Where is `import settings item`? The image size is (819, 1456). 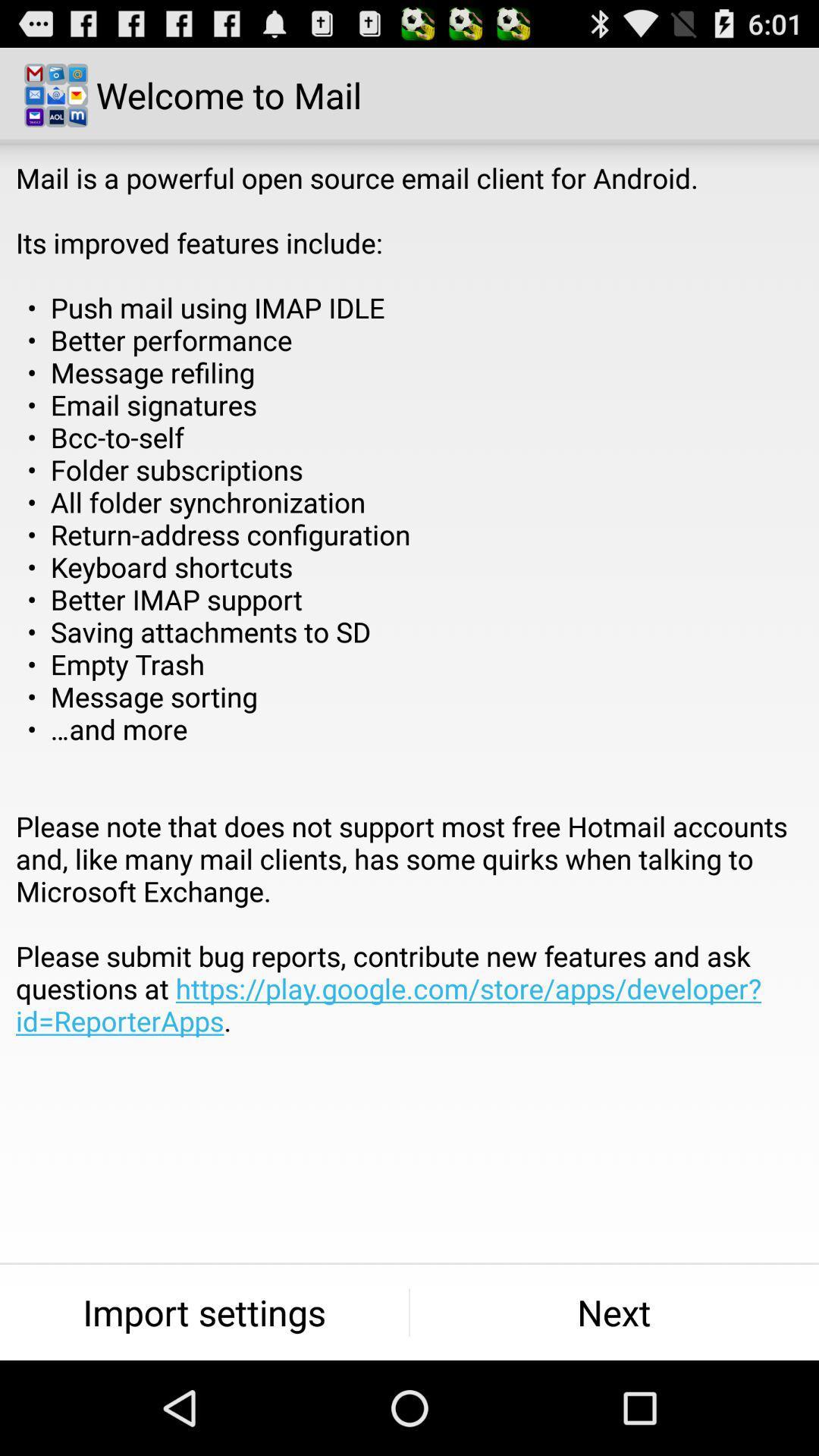
import settings item is located at coordinates (203, 1312).